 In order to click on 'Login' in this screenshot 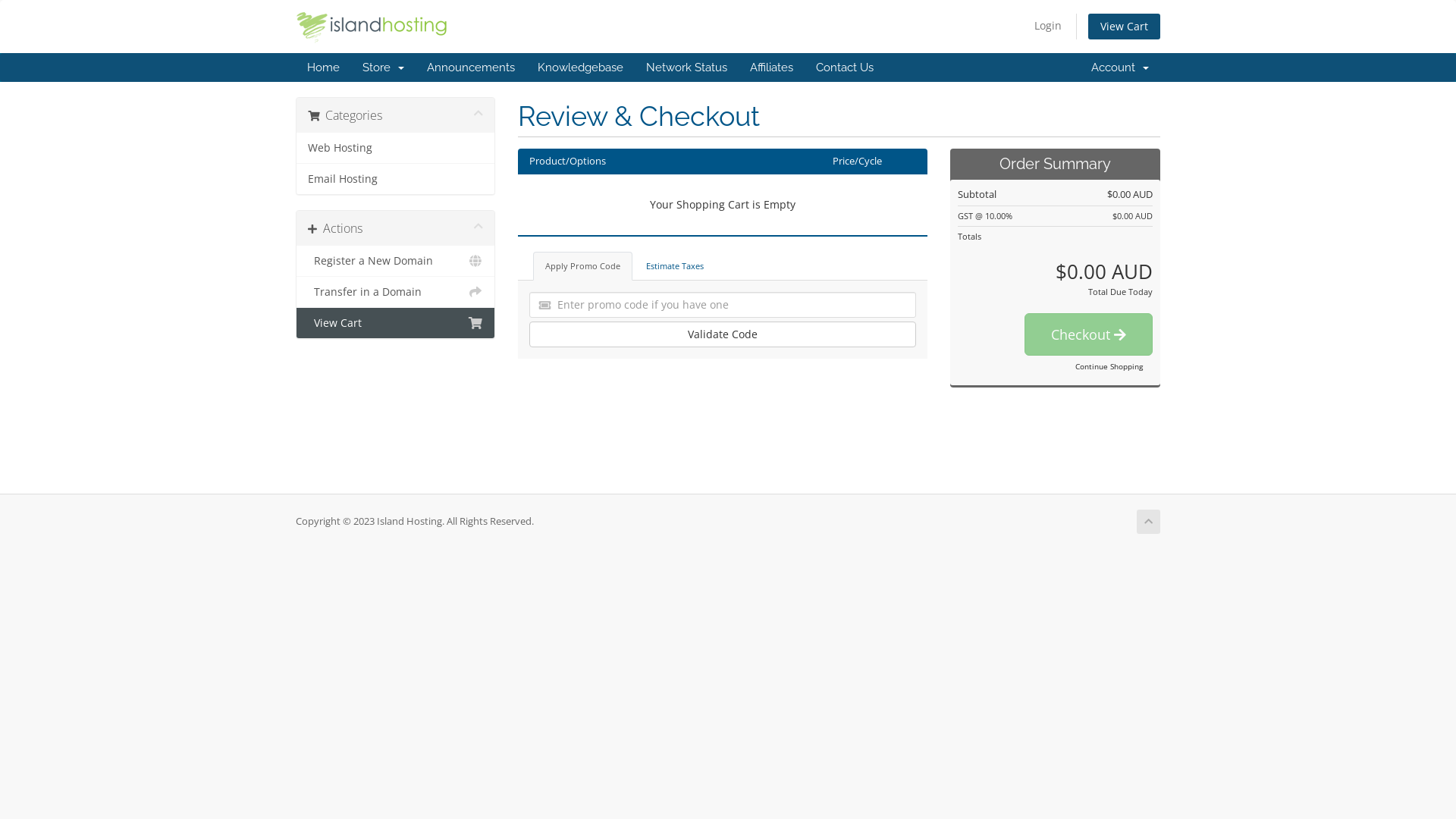, I will do `click(1047, 26)`.